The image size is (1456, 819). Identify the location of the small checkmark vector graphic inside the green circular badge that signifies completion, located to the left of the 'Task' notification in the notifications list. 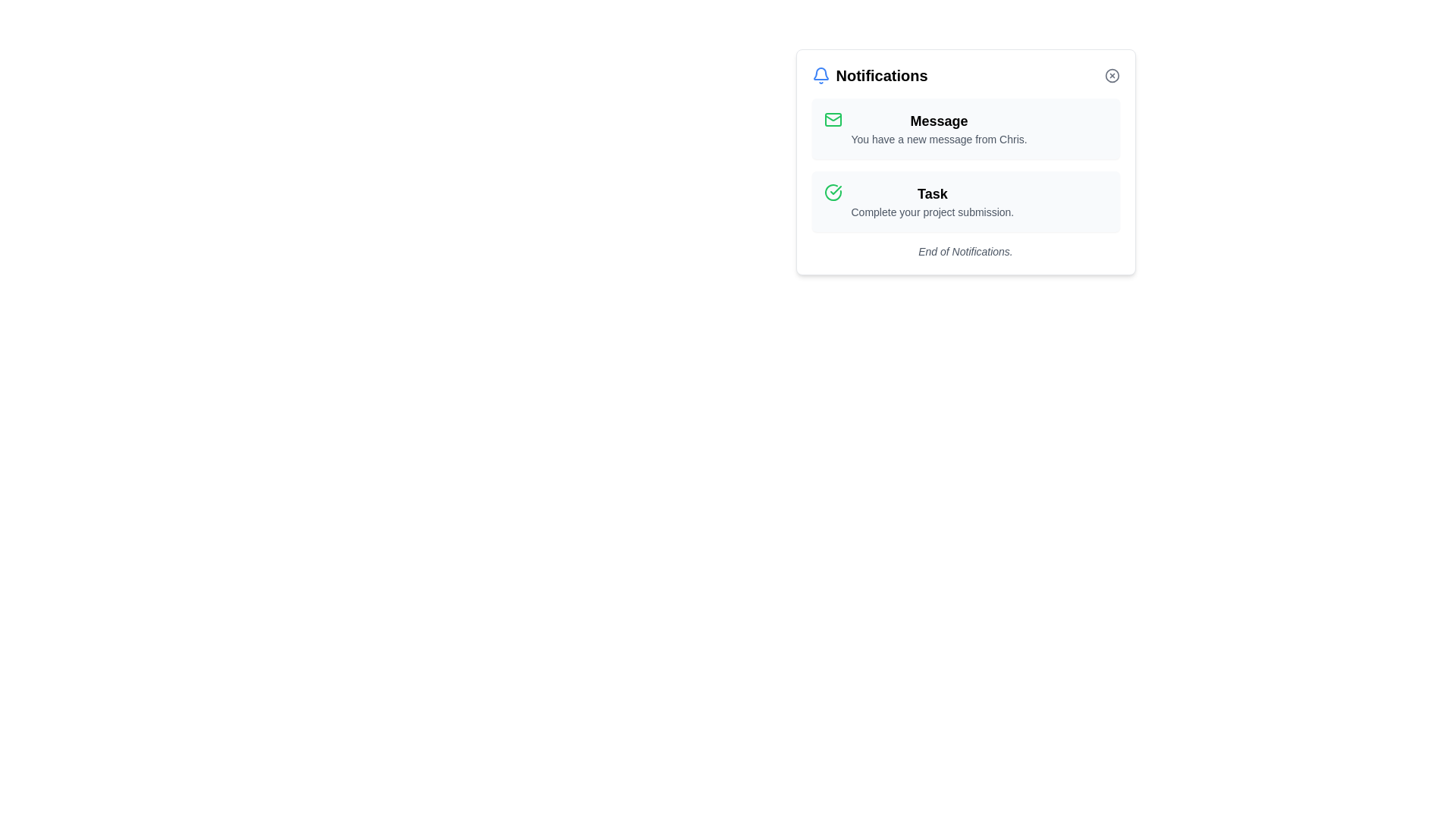
(835, 189).